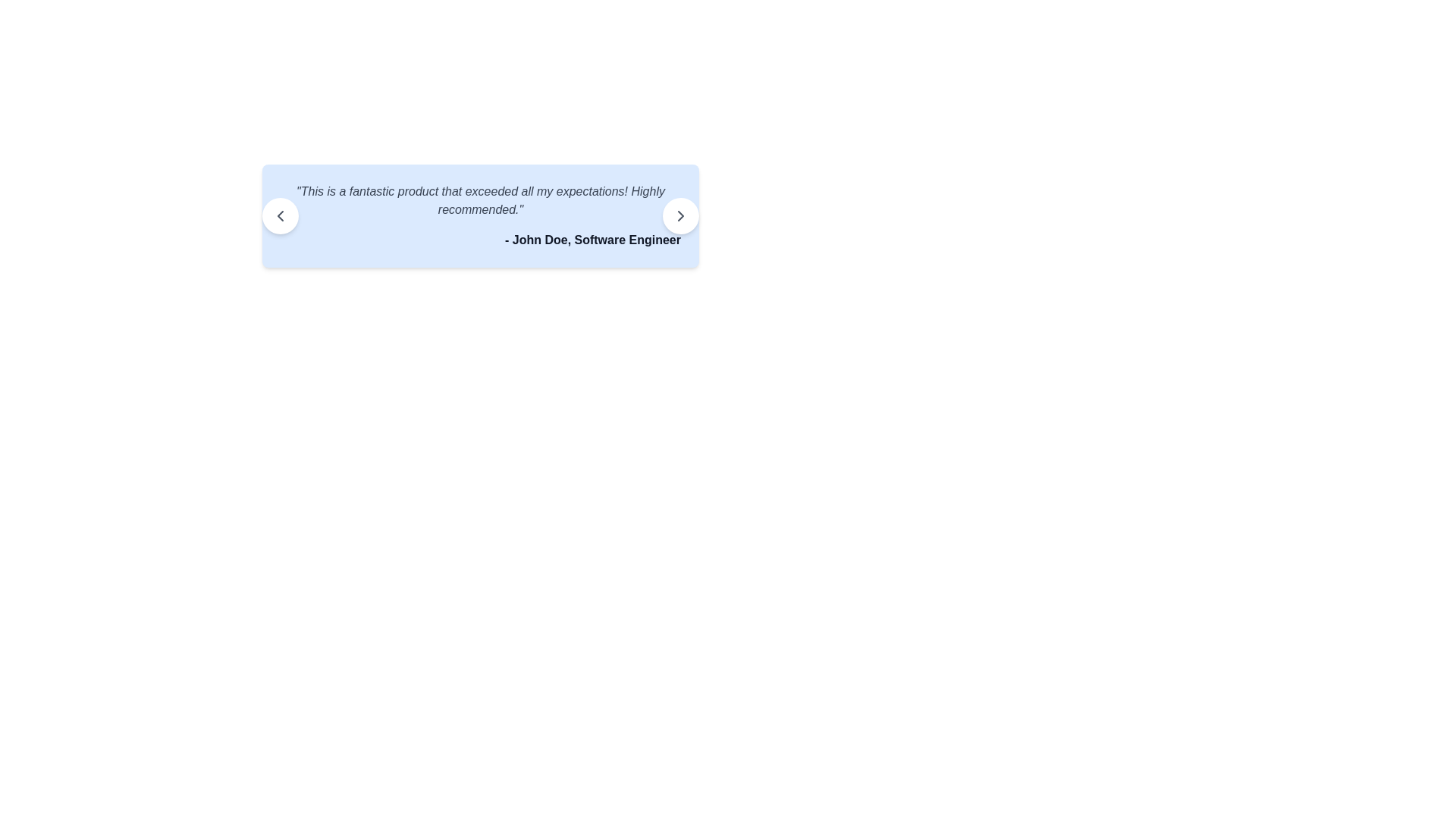  What do you see at coordinates (479, 216) in the screenshot?
I see `displayed testimonial from the central display box that contains user feedback and related information` at bounding box center [479, 216].